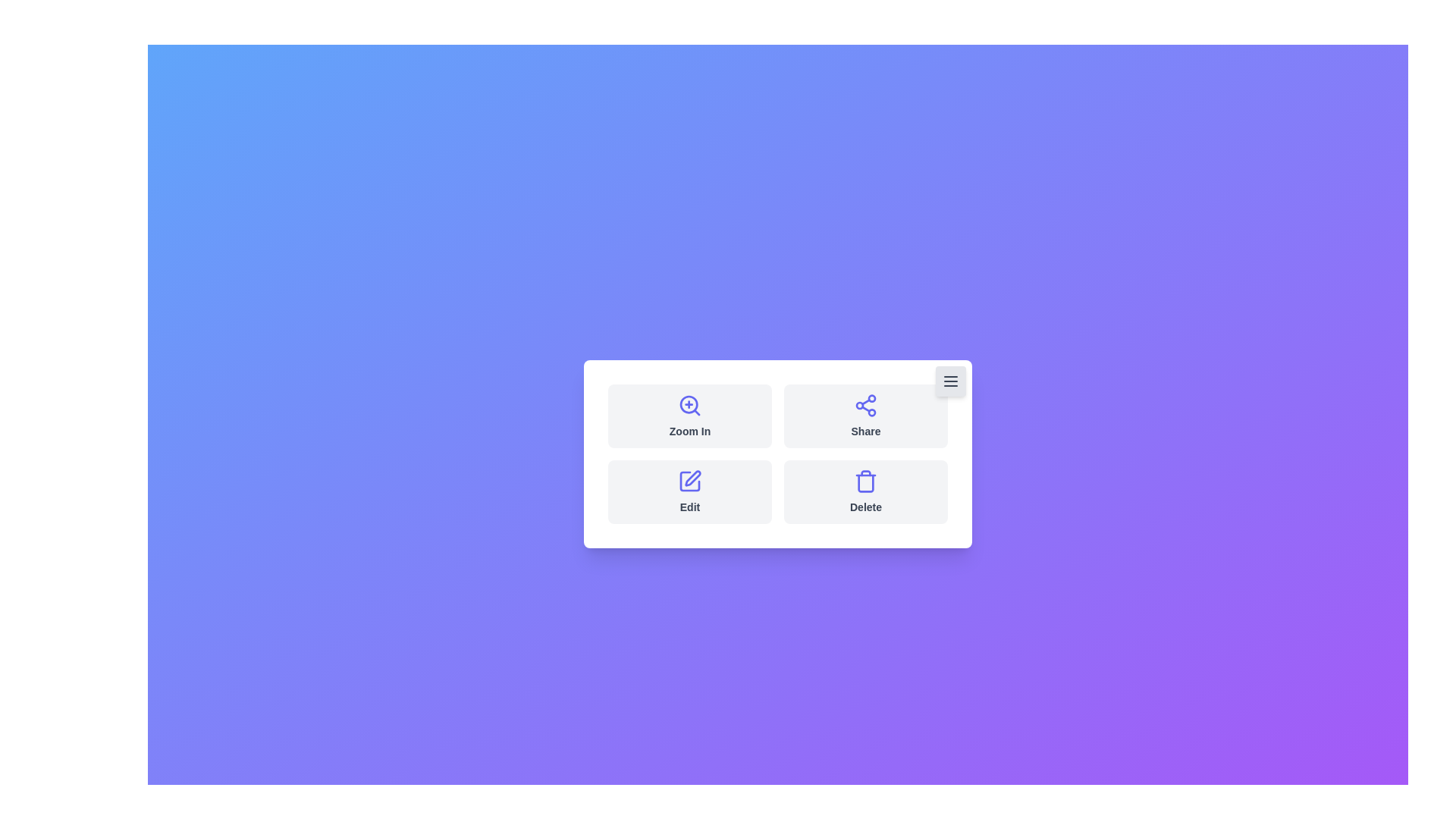  I want to click on the menu toggle button to toggle the menu visibility, so click(949, 380).